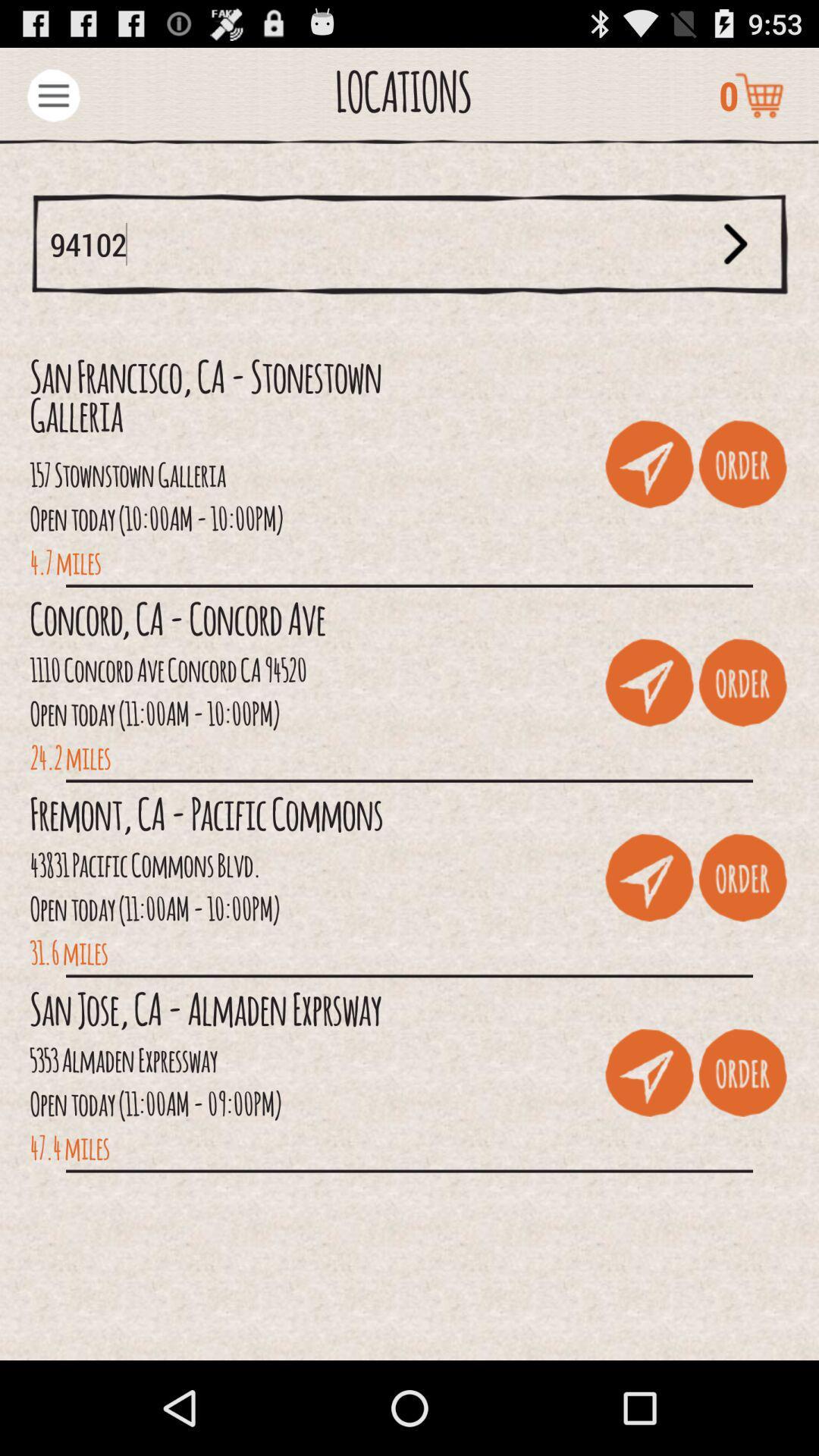 The height and width of the screenshot is (1456, 819). What do you see at coordinates (52, 94) in the screenshot?
I see `settings` at bounding box center [52, 94].